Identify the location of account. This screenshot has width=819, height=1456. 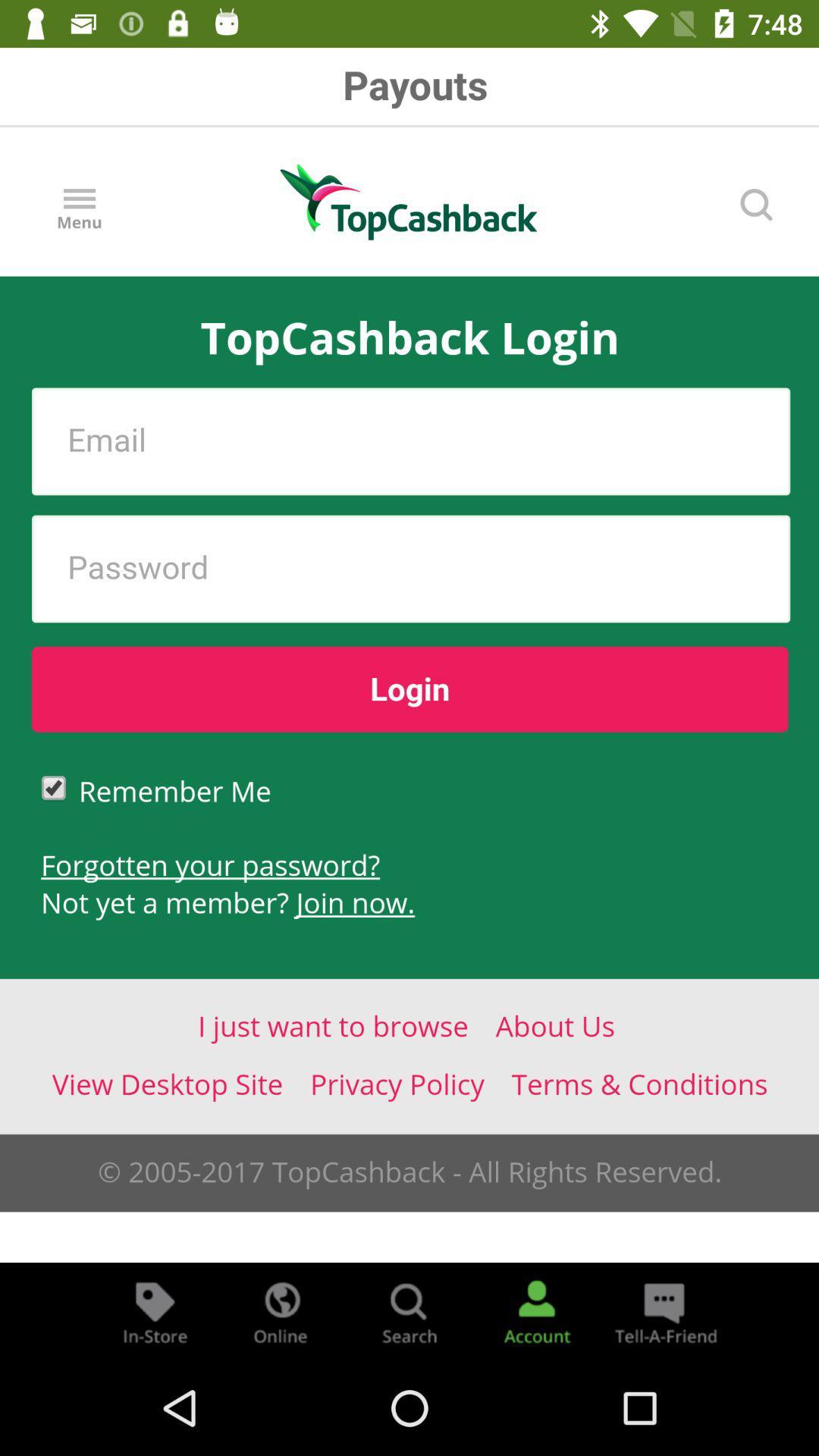
(536, 1310).